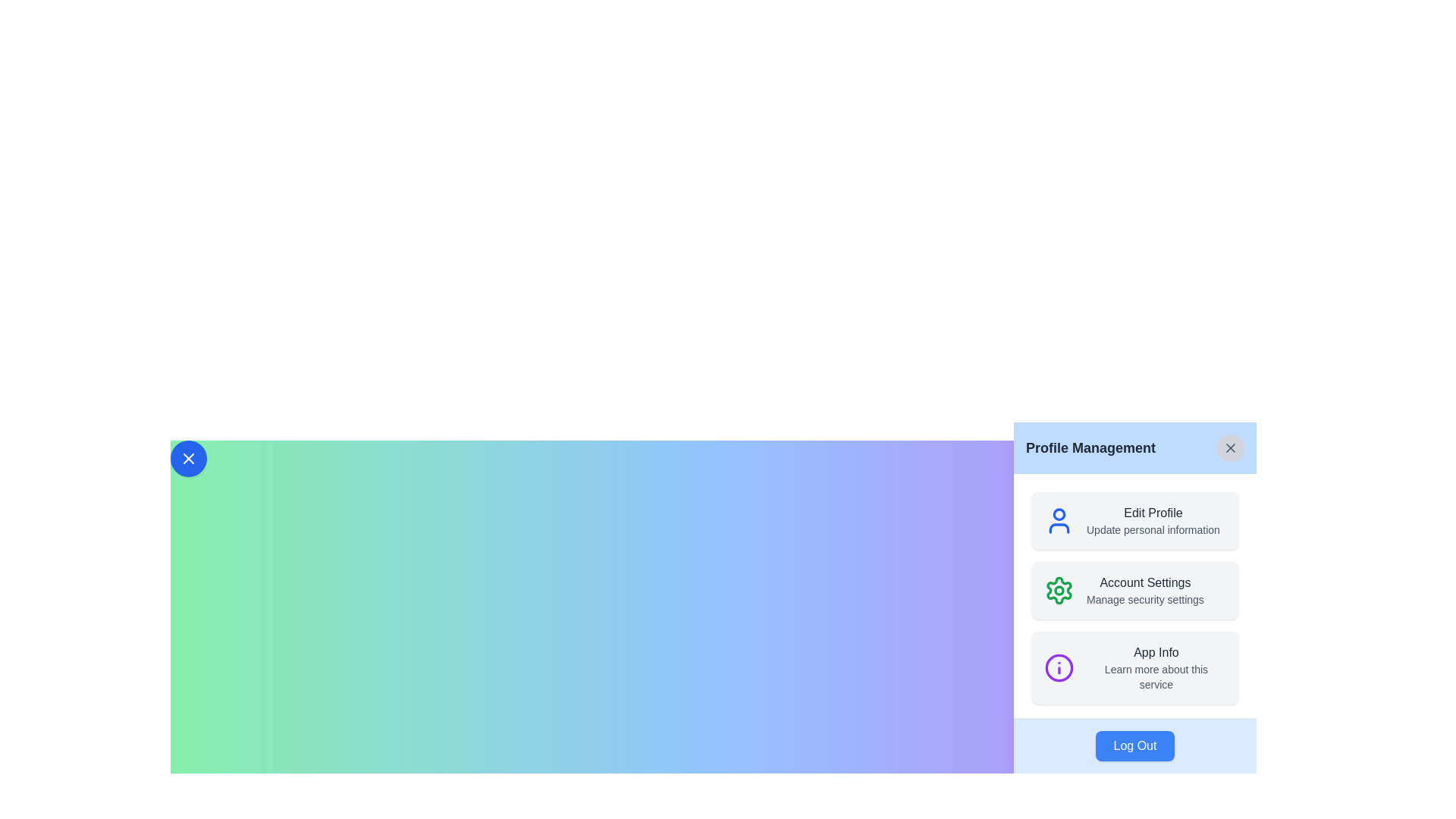  I want to click on the 'Account Settings' text block, which is bold and prominently displayed, so click(1145, 590).